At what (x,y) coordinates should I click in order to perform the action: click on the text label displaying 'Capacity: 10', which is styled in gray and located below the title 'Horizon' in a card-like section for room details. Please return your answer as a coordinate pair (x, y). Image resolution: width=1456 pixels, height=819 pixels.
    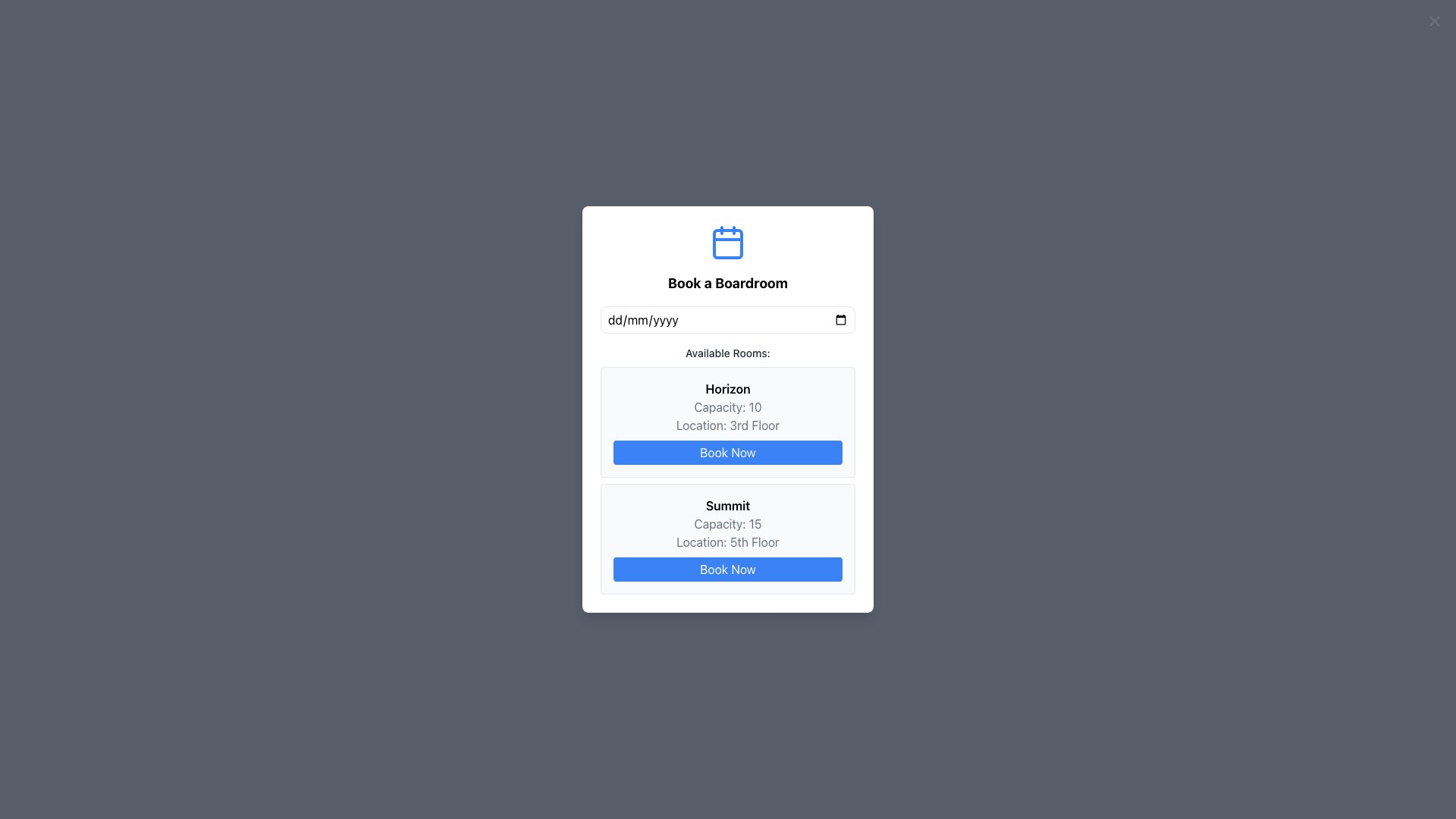
    Looking at the image, I should click on (728, 406).